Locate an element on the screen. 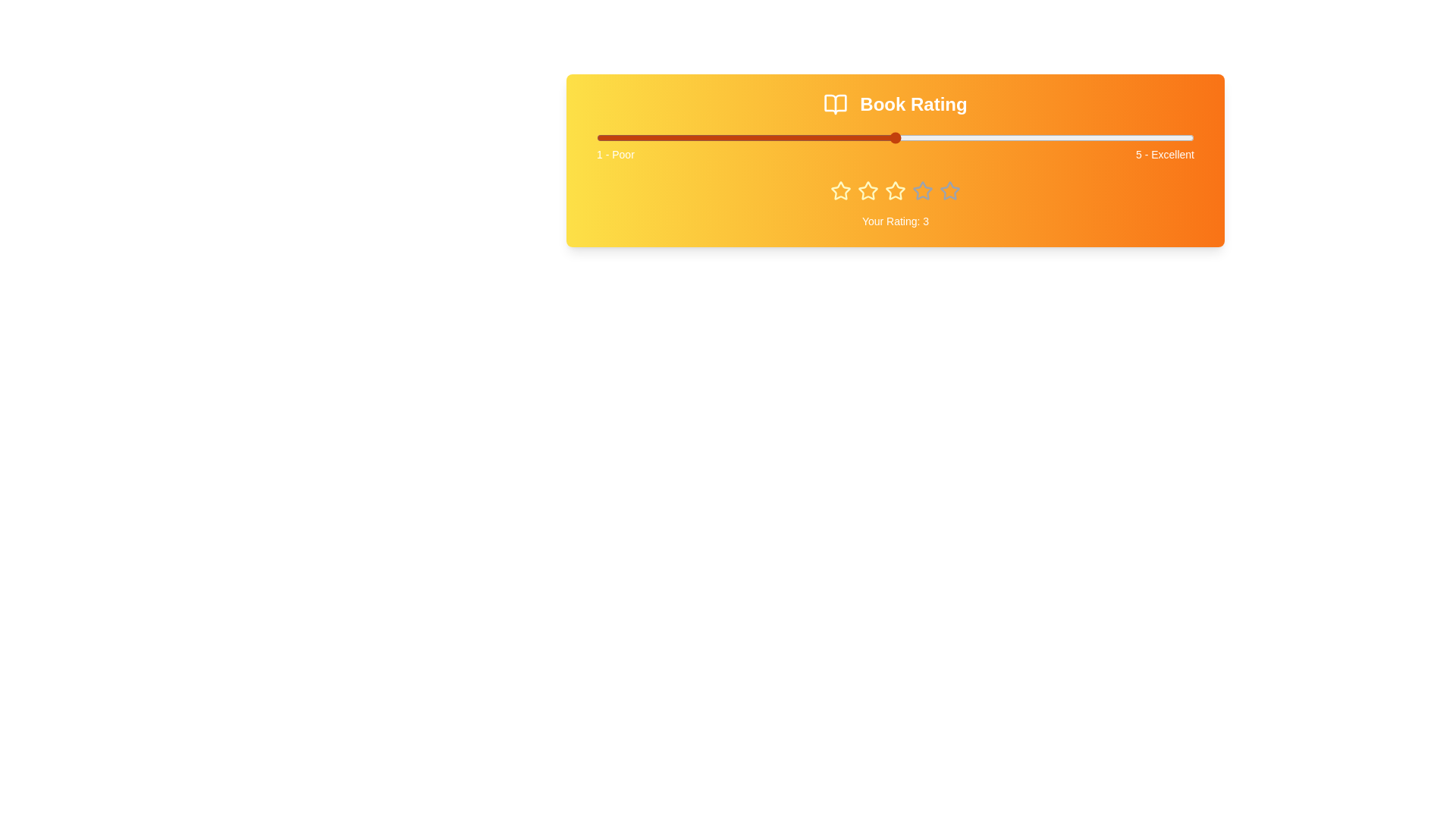  the book rating is located at coordinates (596, 137).